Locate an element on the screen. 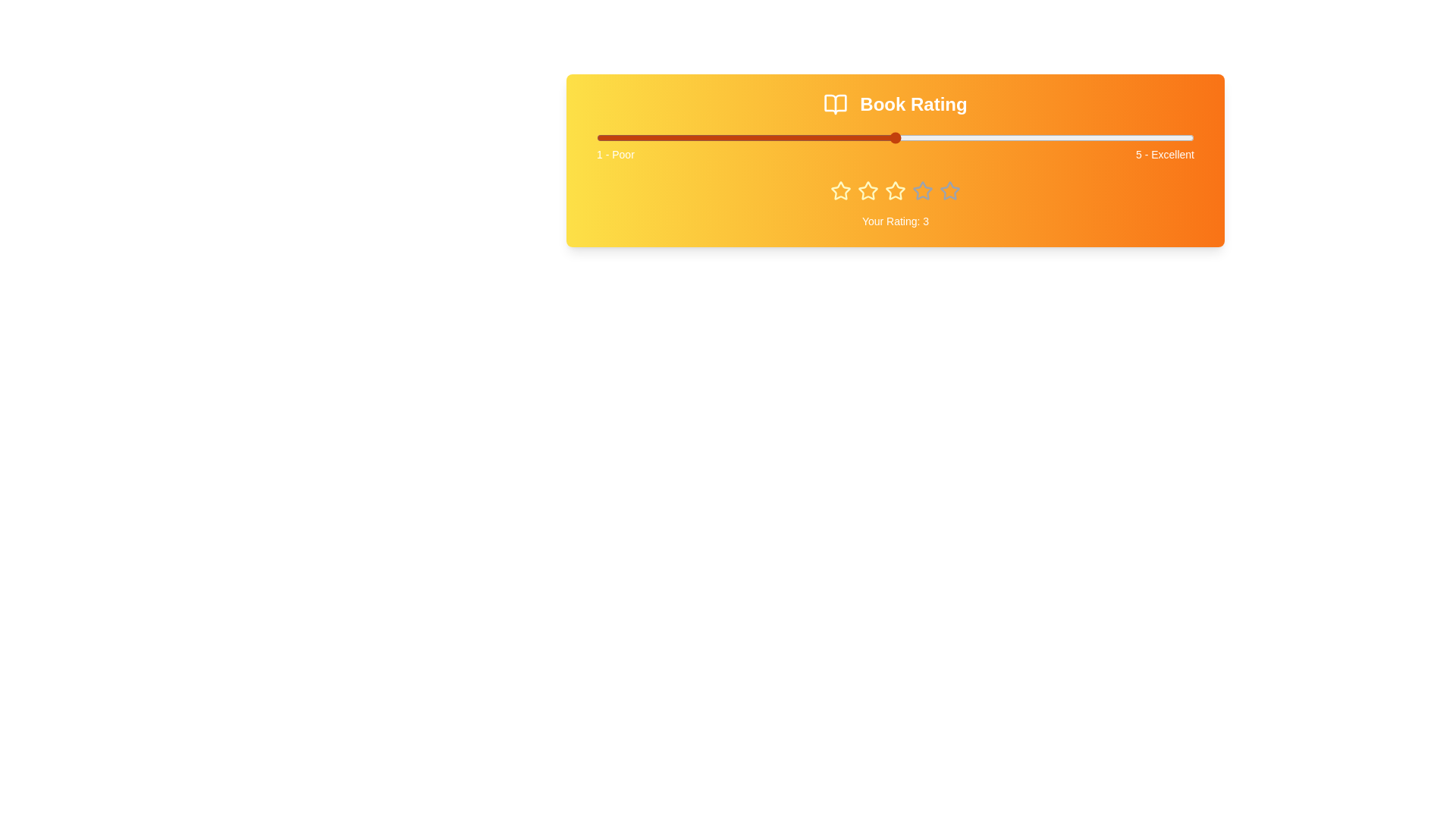  the book rating is located at coordinates (596, 137).